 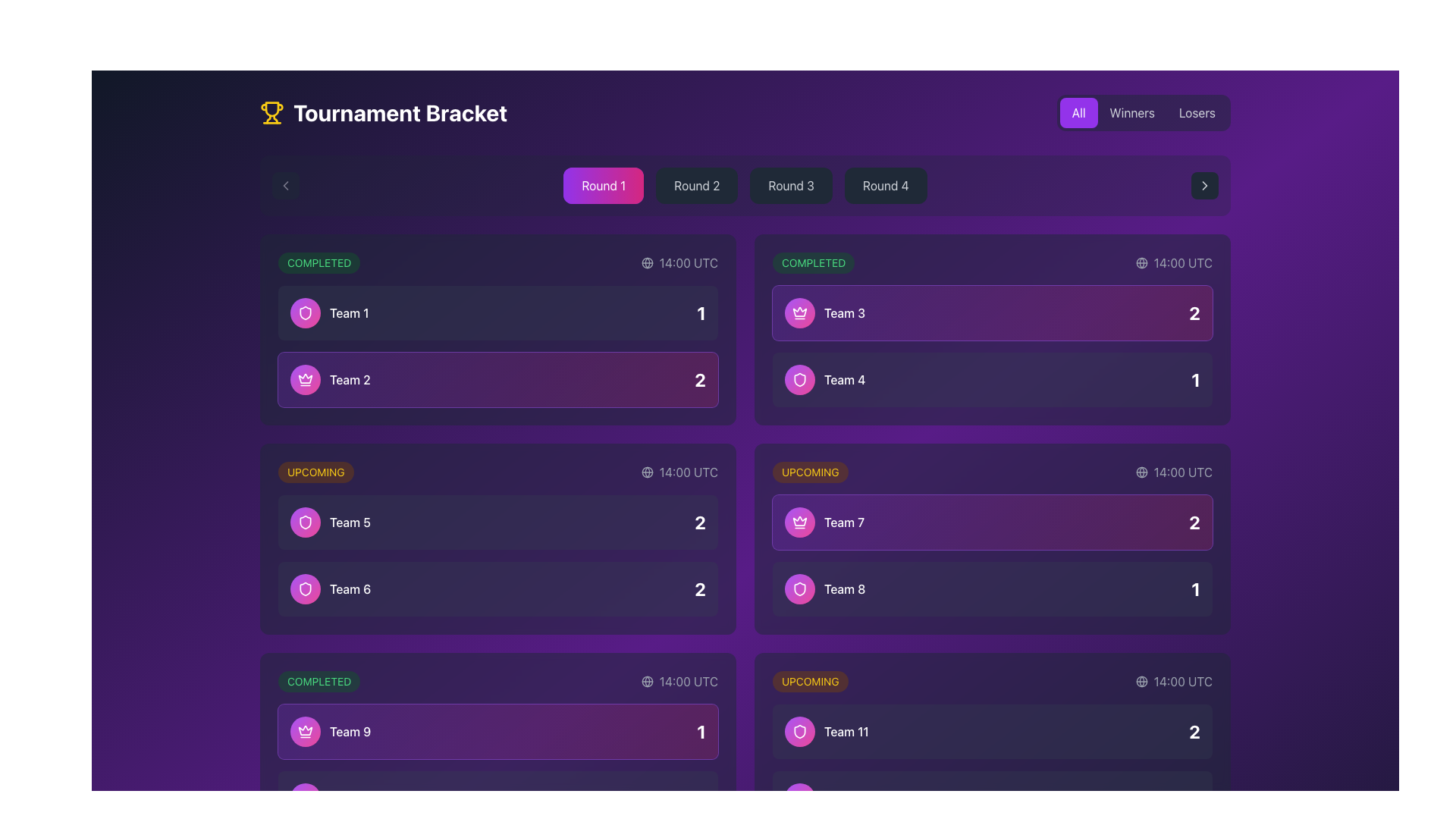 I want to click on the graphical representation of the circular SVG element within the globe icon located near the '14:00 UTC' text label in the tournament layout, so click(x=1141, y=262).